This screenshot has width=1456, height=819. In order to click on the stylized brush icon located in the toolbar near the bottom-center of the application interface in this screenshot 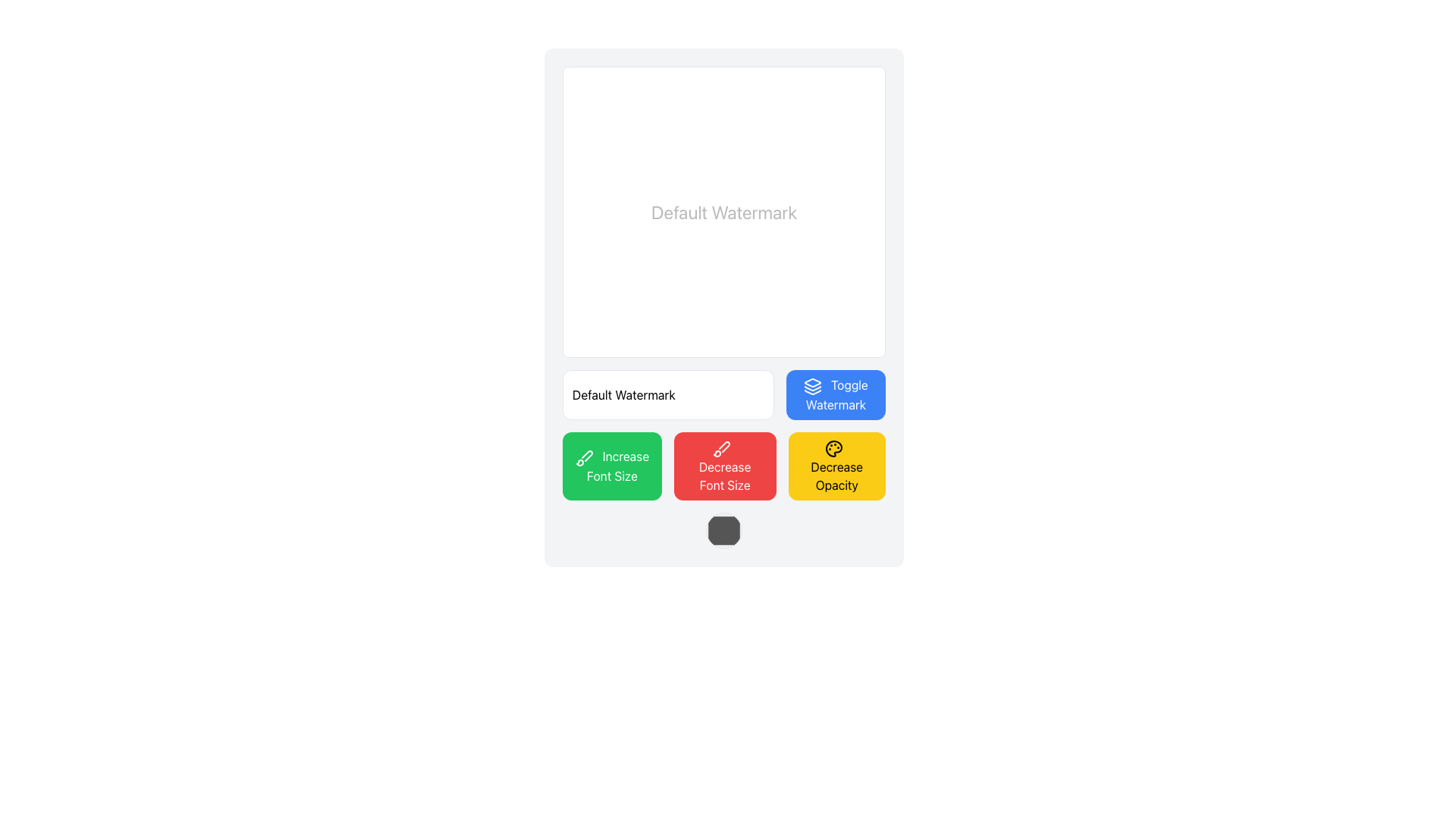, I will do `click(586, 455)`.